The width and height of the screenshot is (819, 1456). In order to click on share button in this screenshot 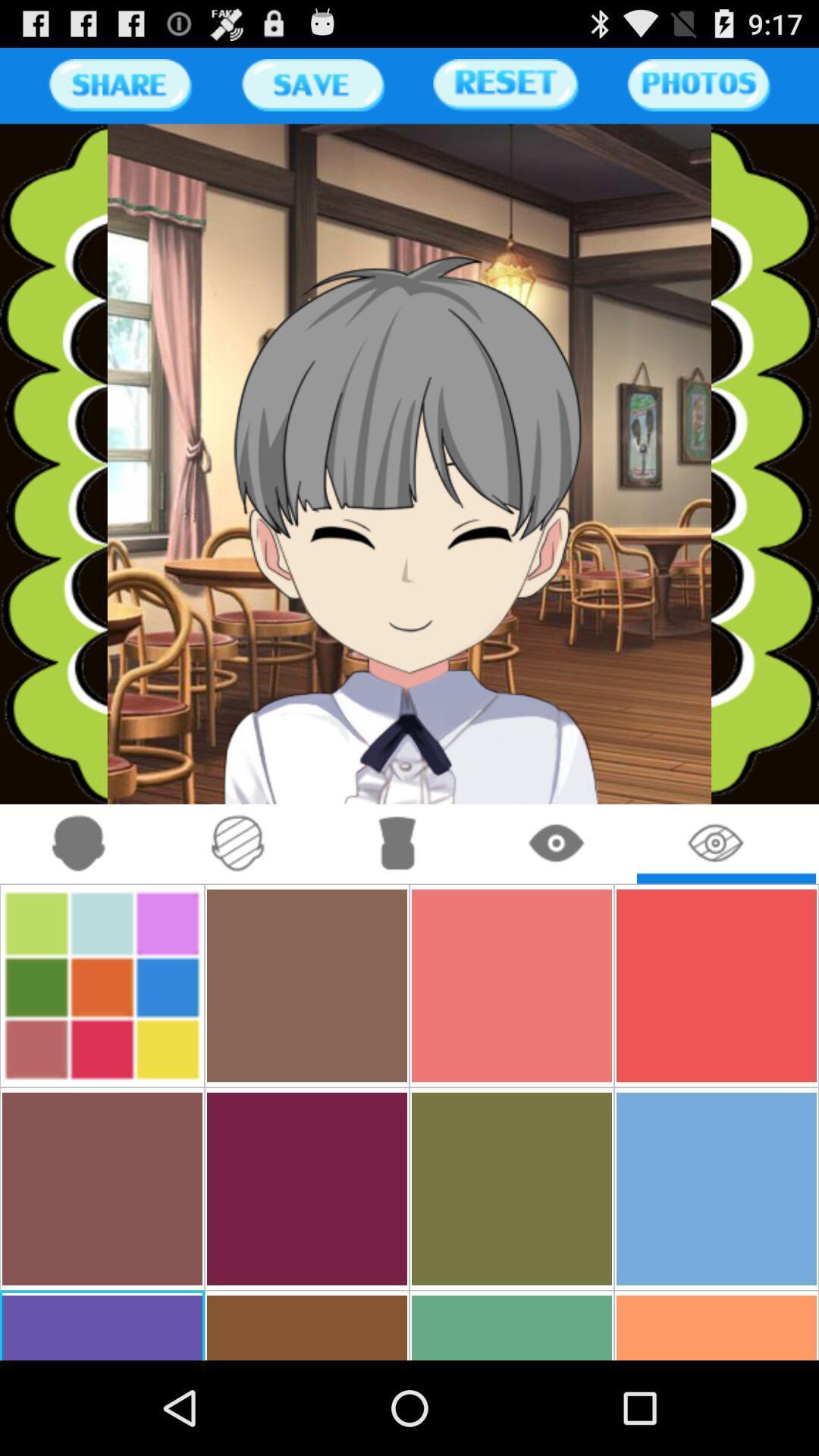, I will do `click(119, 84)`.